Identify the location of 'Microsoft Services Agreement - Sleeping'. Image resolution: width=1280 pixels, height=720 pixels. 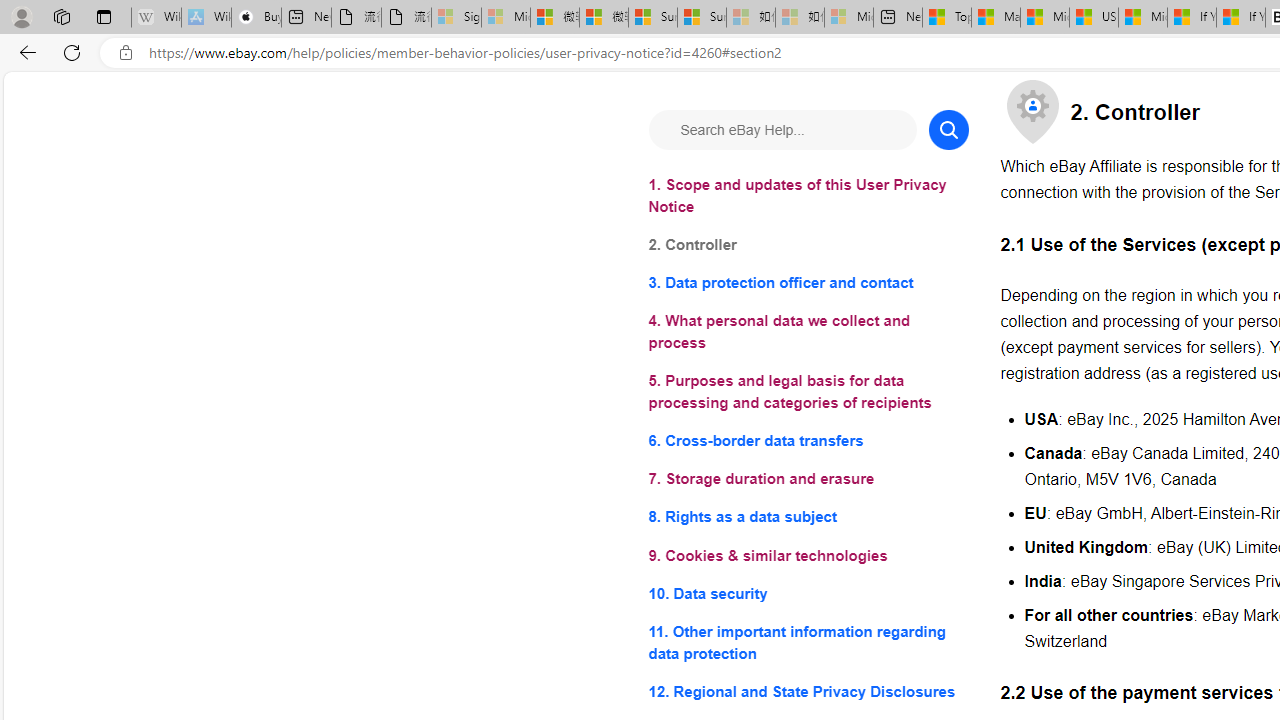
(506, 17).